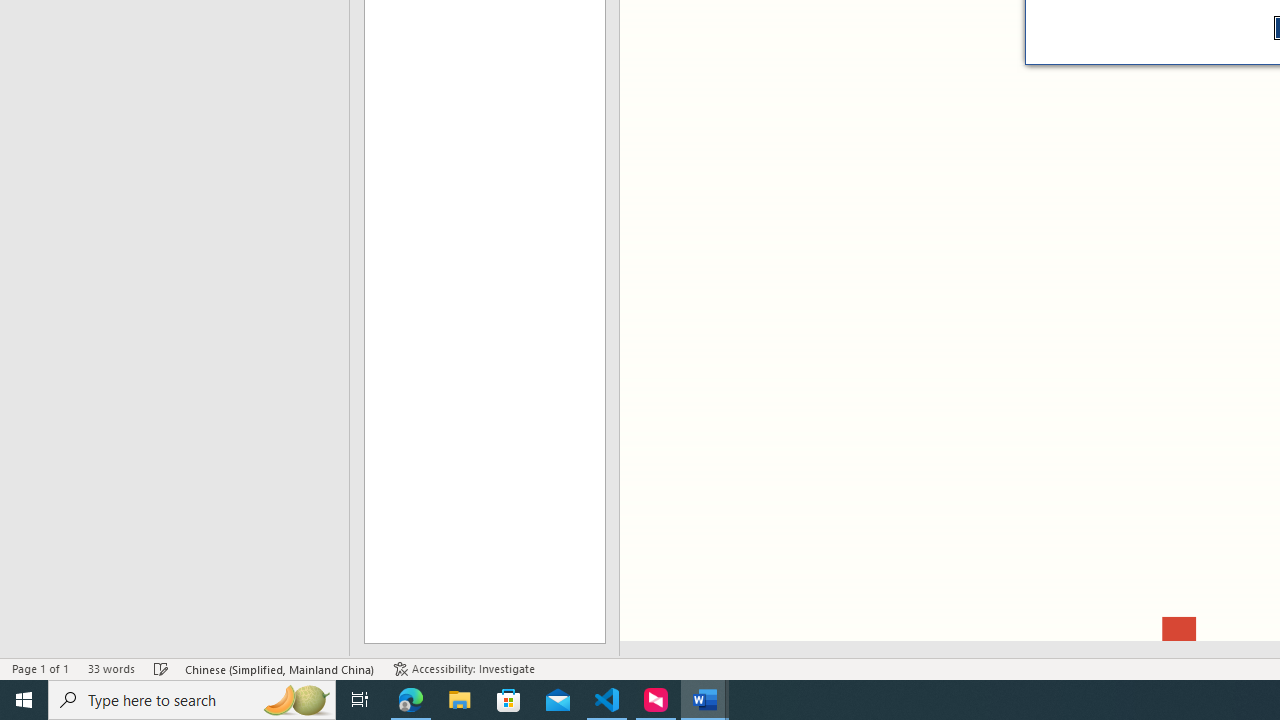  I want to click on 'Microsoft Store', so click(509, 698).